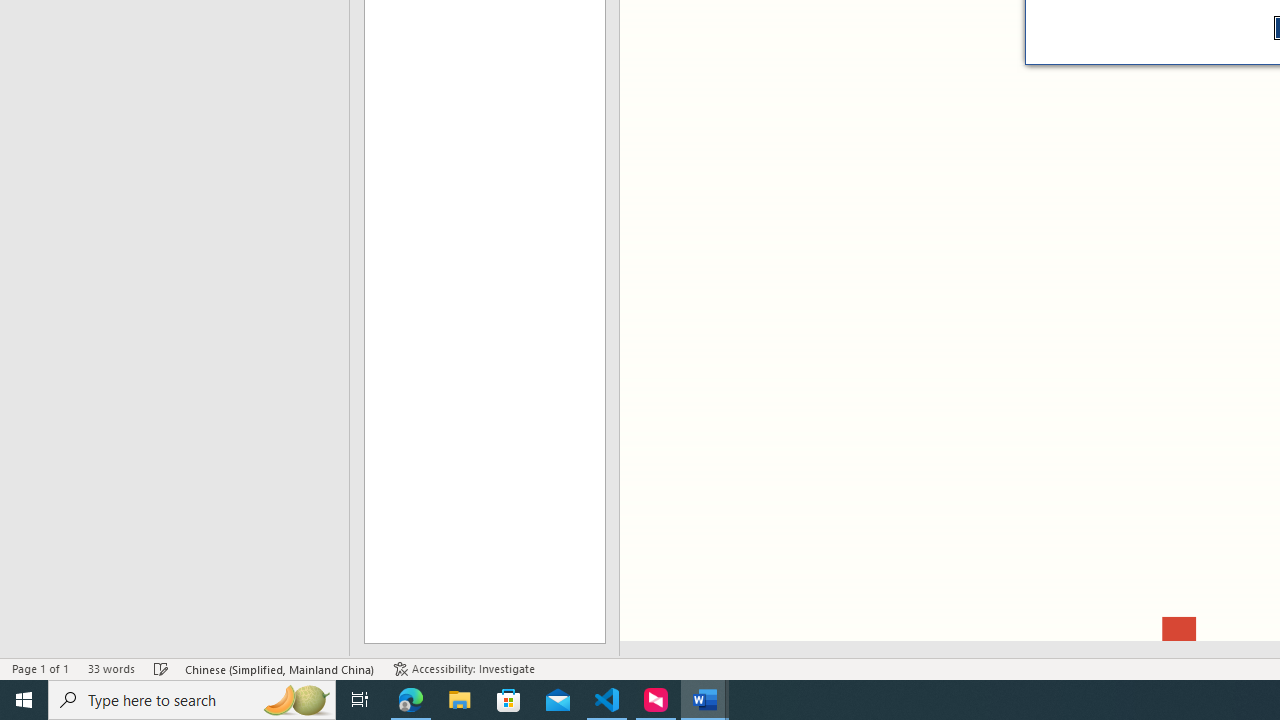  I want to click on 'Microsoft Store', so click(509, 698).